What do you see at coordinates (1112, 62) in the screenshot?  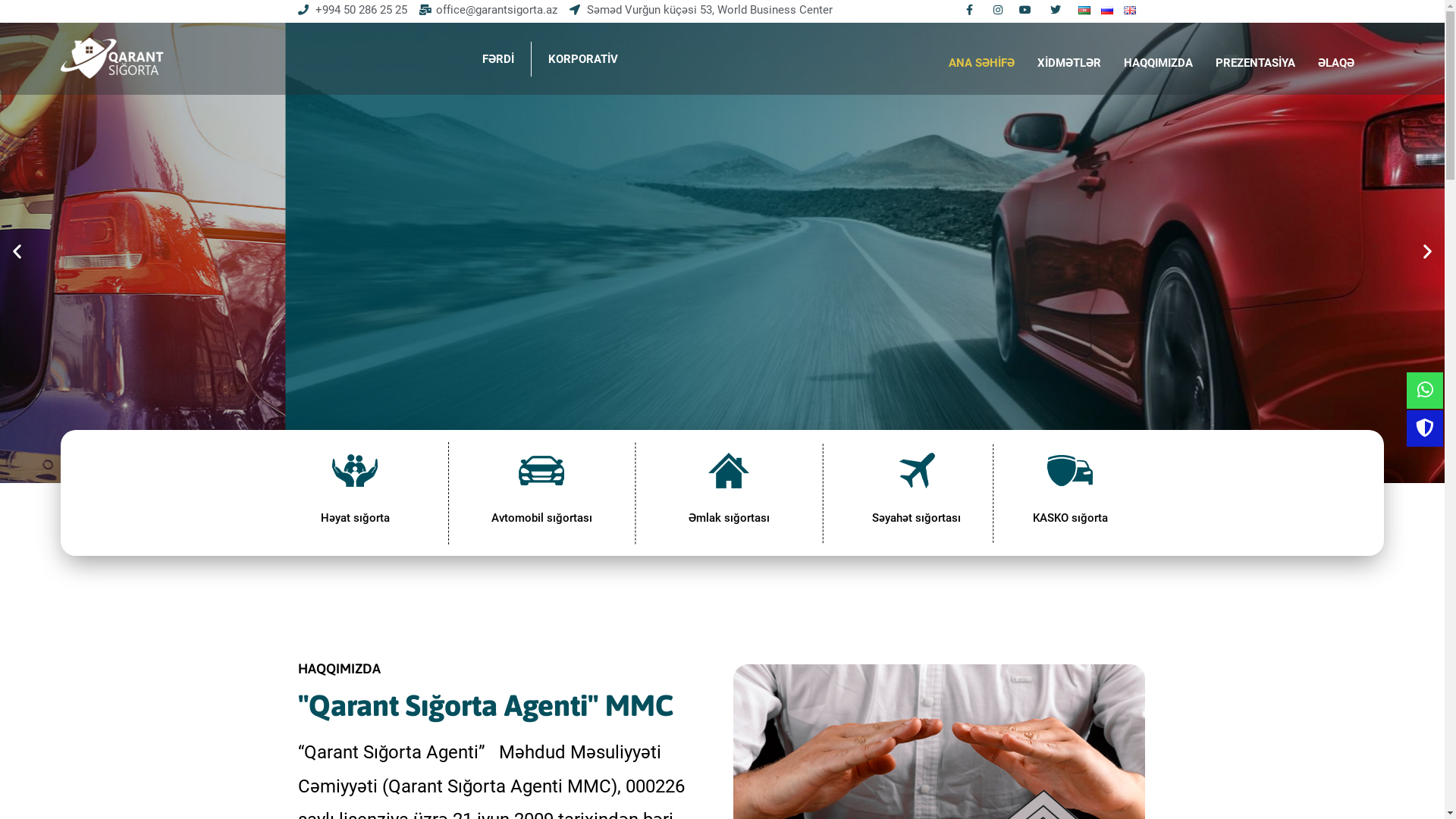 I see `'HAQQIMIZDA'` at bounding box center [1112, 62].